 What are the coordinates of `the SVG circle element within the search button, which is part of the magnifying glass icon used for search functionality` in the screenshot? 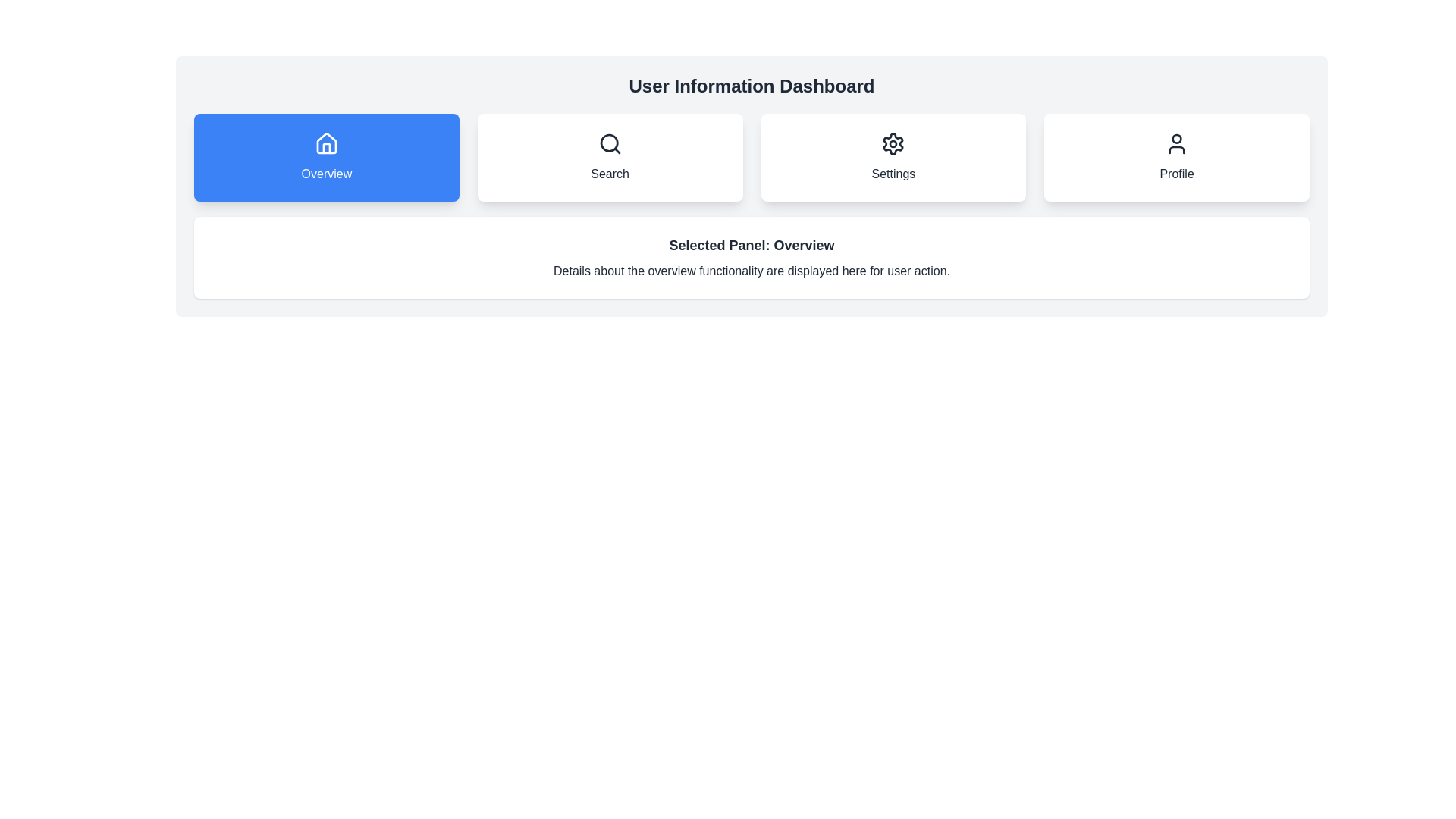 It's located at (609, 143).